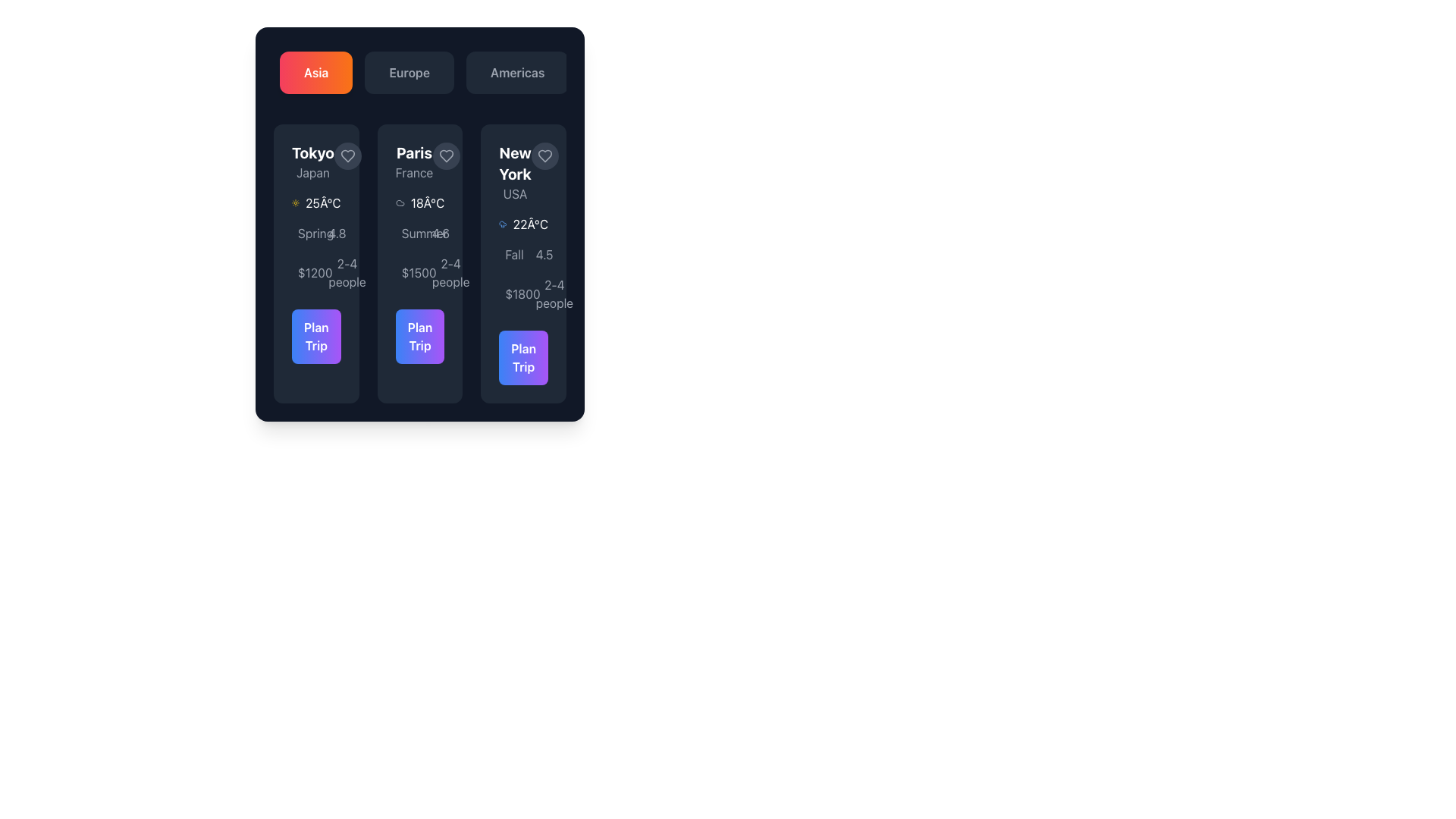  What do you see at coordinates (544, 155) in the screenshot?
I see `the favorite button located to the right of the 'New York' text in the top-right corner of the 'New York' information card to trigger a visual response` at bounding box center [544, 155].